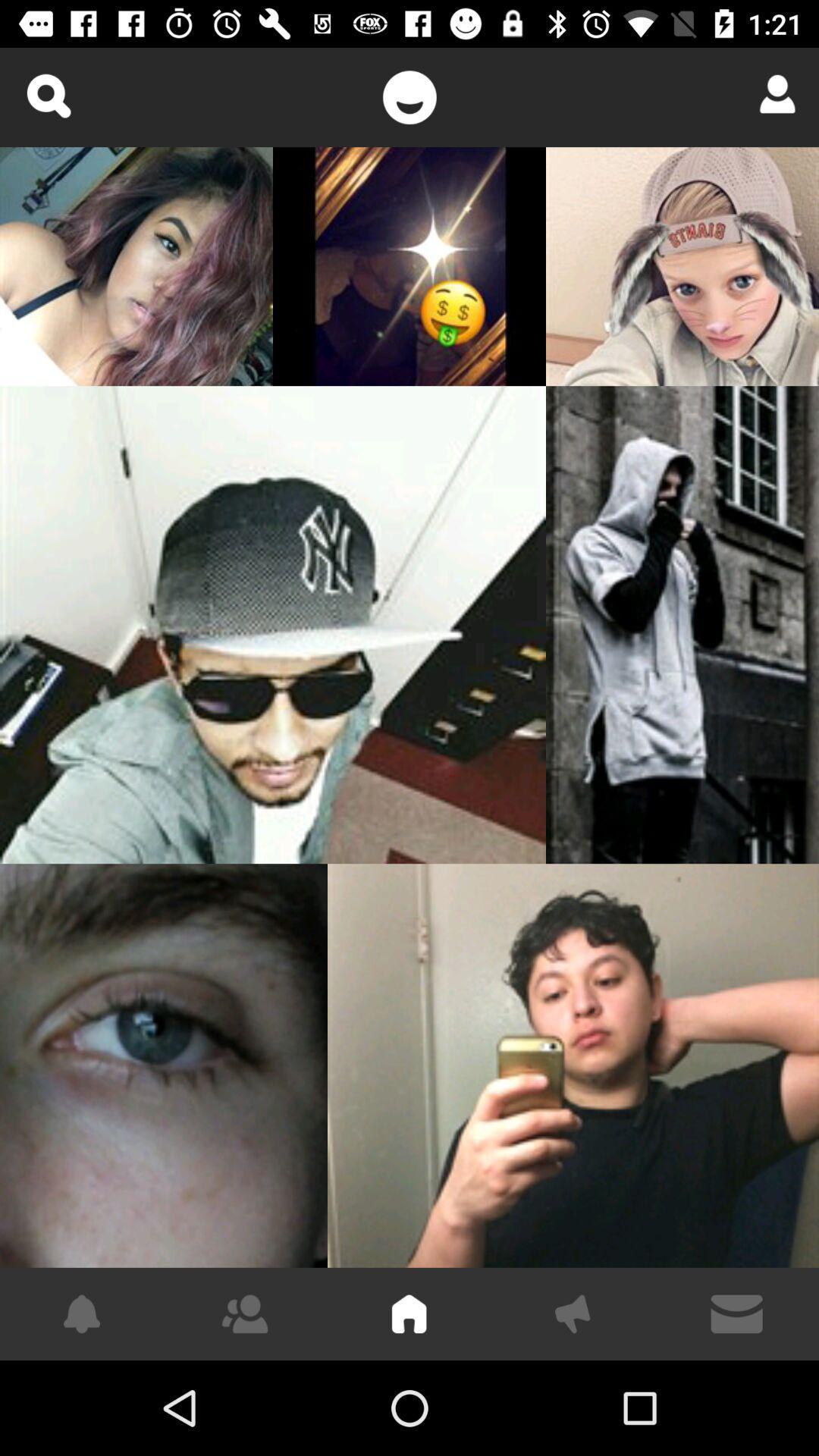  What do you see at coordinates (47, 95) in the screenshot?
I see `zoom in` at bounding box center [47, 95].